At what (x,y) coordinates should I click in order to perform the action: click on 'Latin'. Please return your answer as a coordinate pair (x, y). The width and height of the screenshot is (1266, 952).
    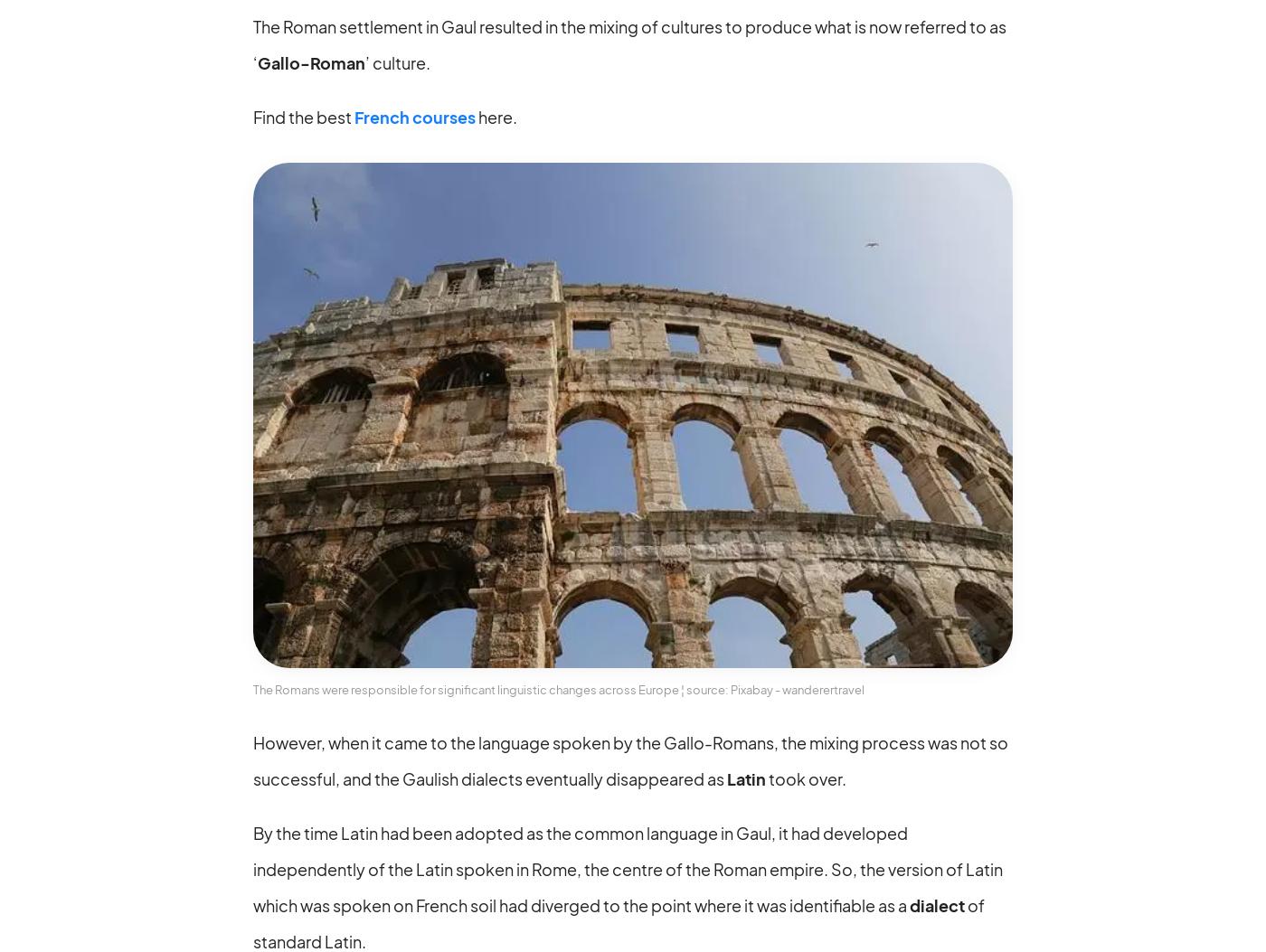
    Looking at the image, I should click on (746, 777).